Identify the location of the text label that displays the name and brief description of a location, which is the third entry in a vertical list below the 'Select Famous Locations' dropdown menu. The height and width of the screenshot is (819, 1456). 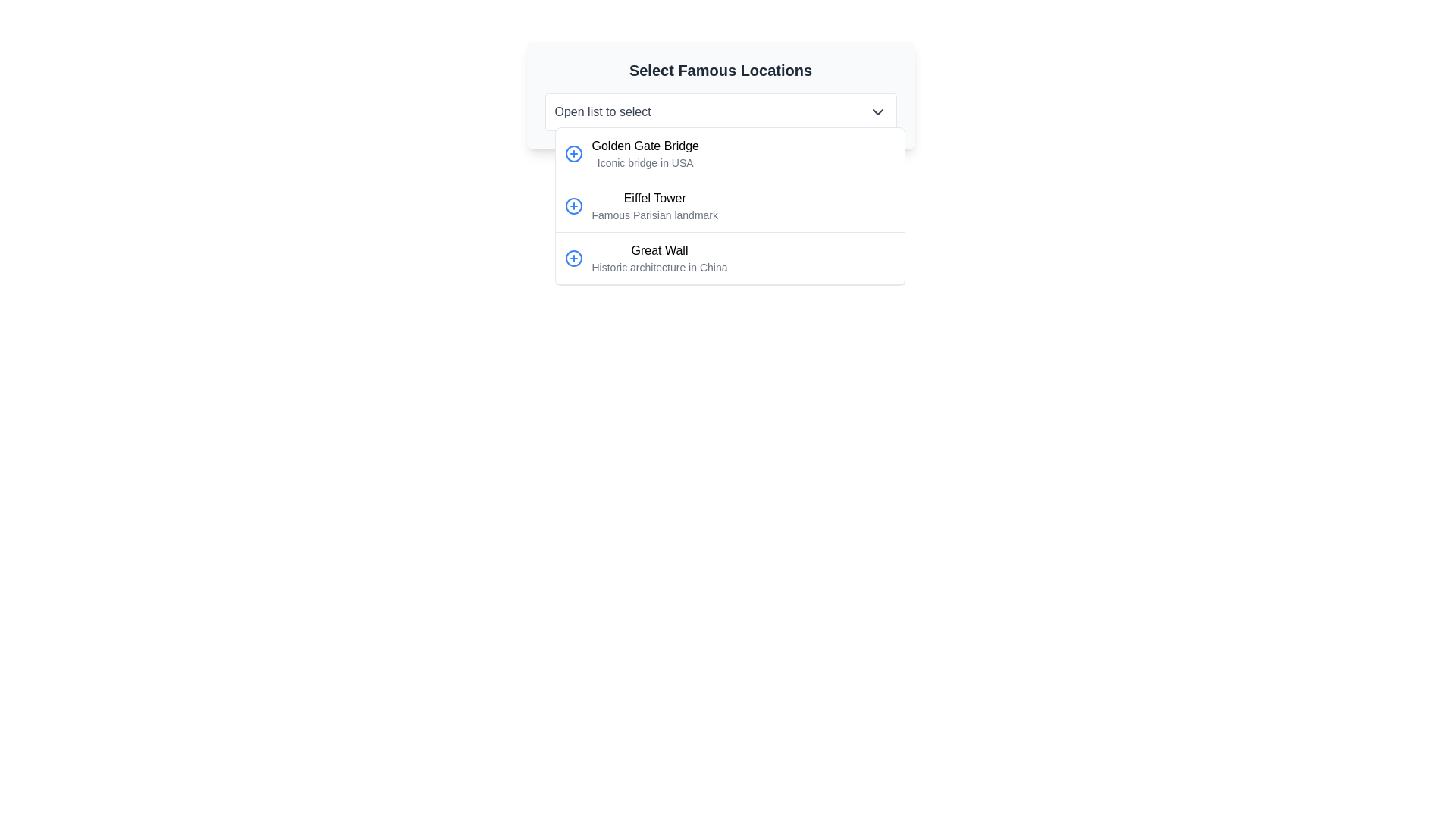
(659, 257).